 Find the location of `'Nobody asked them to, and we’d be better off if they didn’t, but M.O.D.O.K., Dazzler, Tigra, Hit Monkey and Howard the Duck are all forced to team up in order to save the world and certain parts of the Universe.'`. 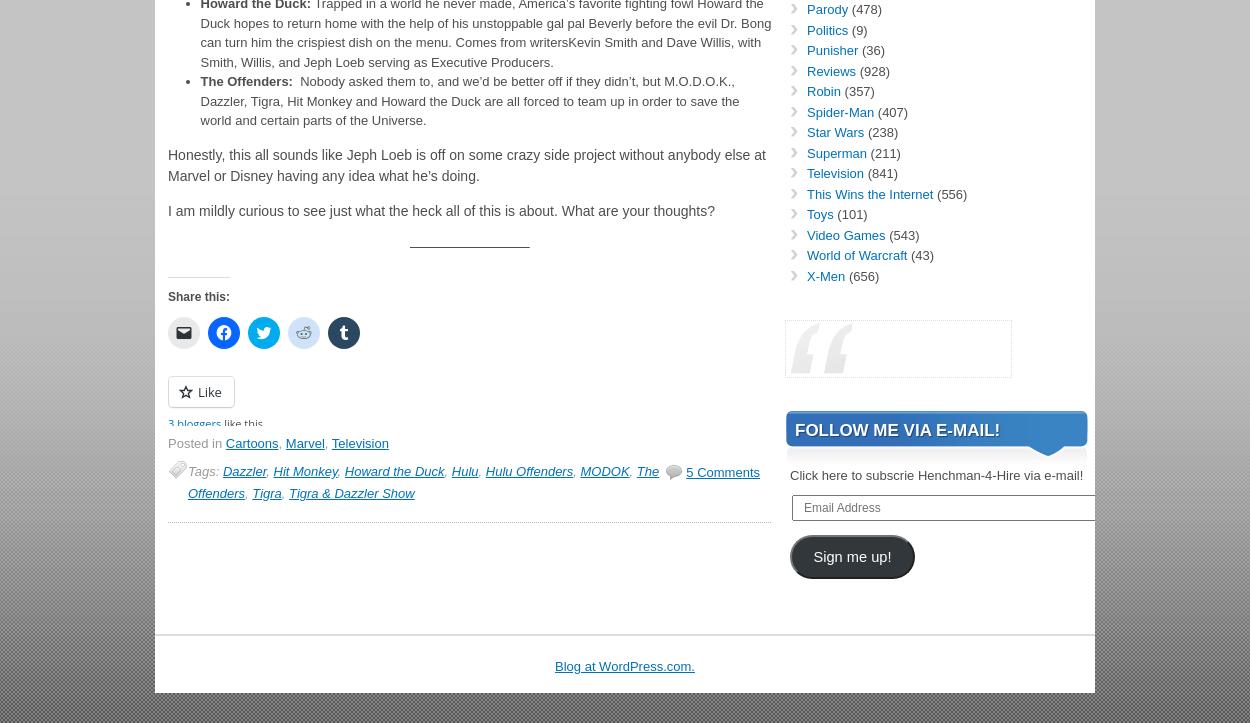

'Nobody asked them to, and we’d be better off if they didn’t, but M.O.D.O.K., Dazzler, Tigra, Hit Monkey and Howard the Duck are all forced to team up in order to save the world and certain parts of the Universe.' is located at coordinates (199, 100).